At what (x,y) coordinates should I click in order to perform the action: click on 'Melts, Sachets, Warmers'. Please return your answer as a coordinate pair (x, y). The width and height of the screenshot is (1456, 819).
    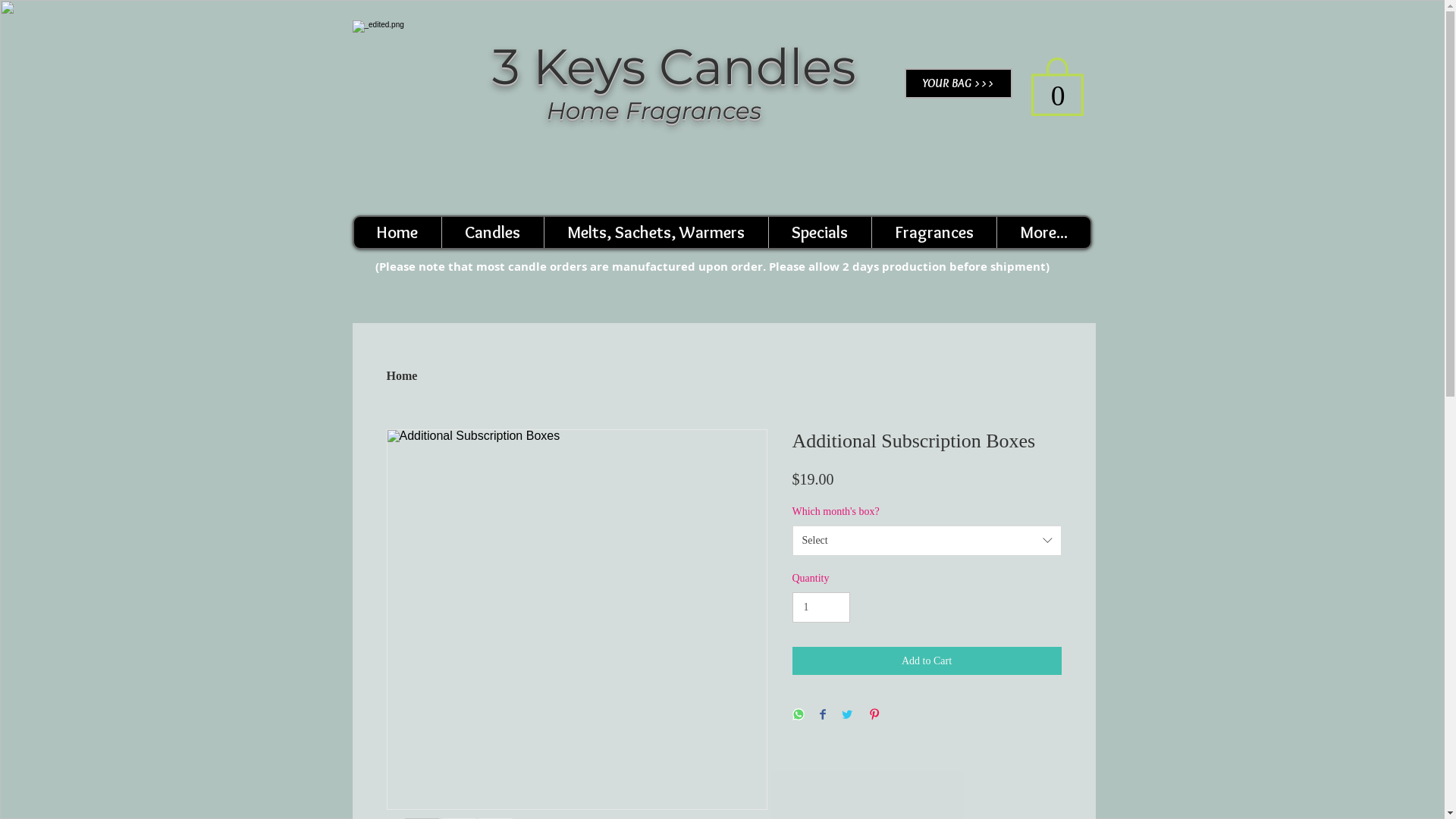
    Looking at the image, I should click on (655, 232).